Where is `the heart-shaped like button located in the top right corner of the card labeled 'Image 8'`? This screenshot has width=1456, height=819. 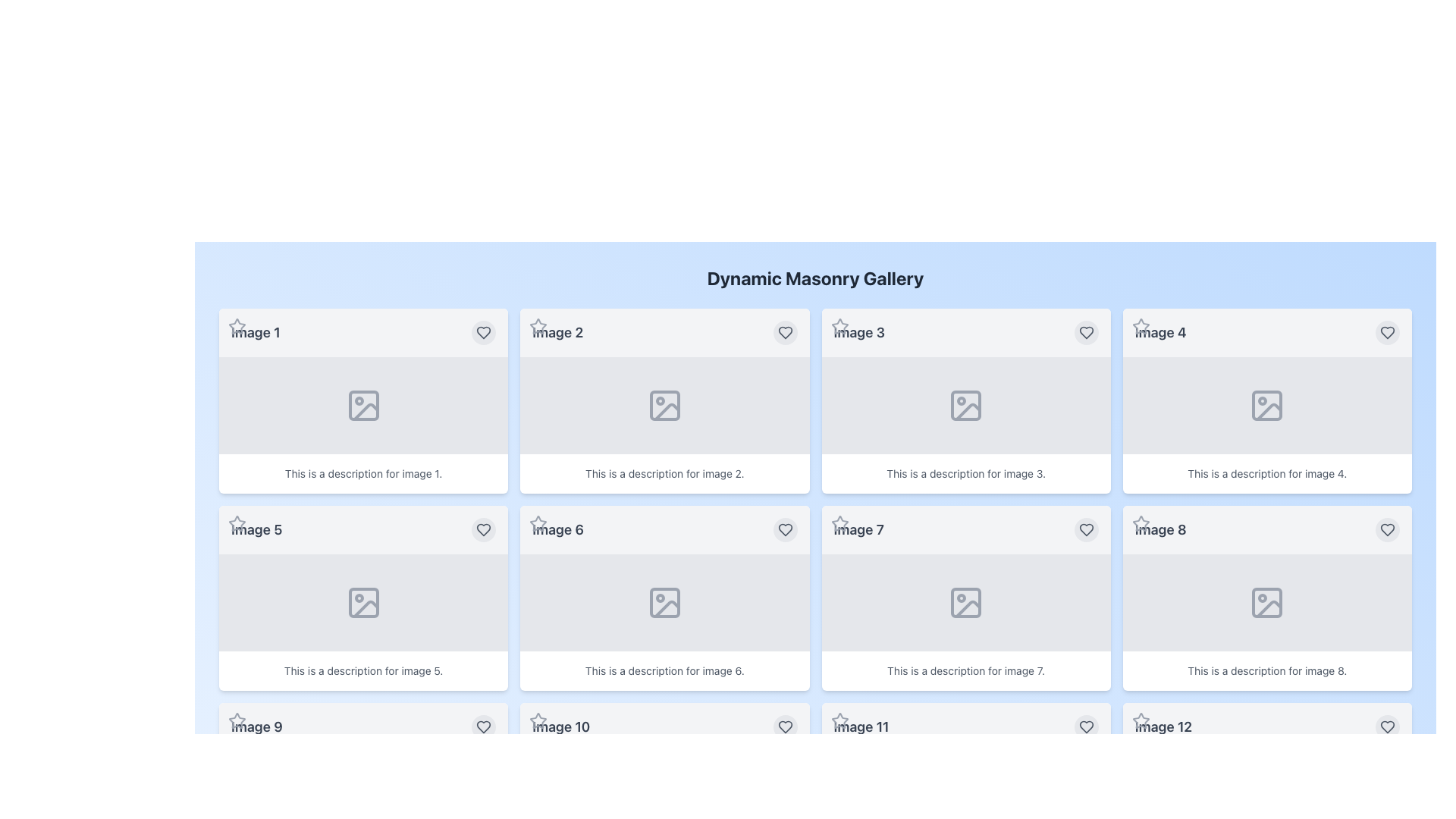
the heart-shaped like button located in the top right corner of the card labeled 'Image 8' is located at coordinates (1387, 529).